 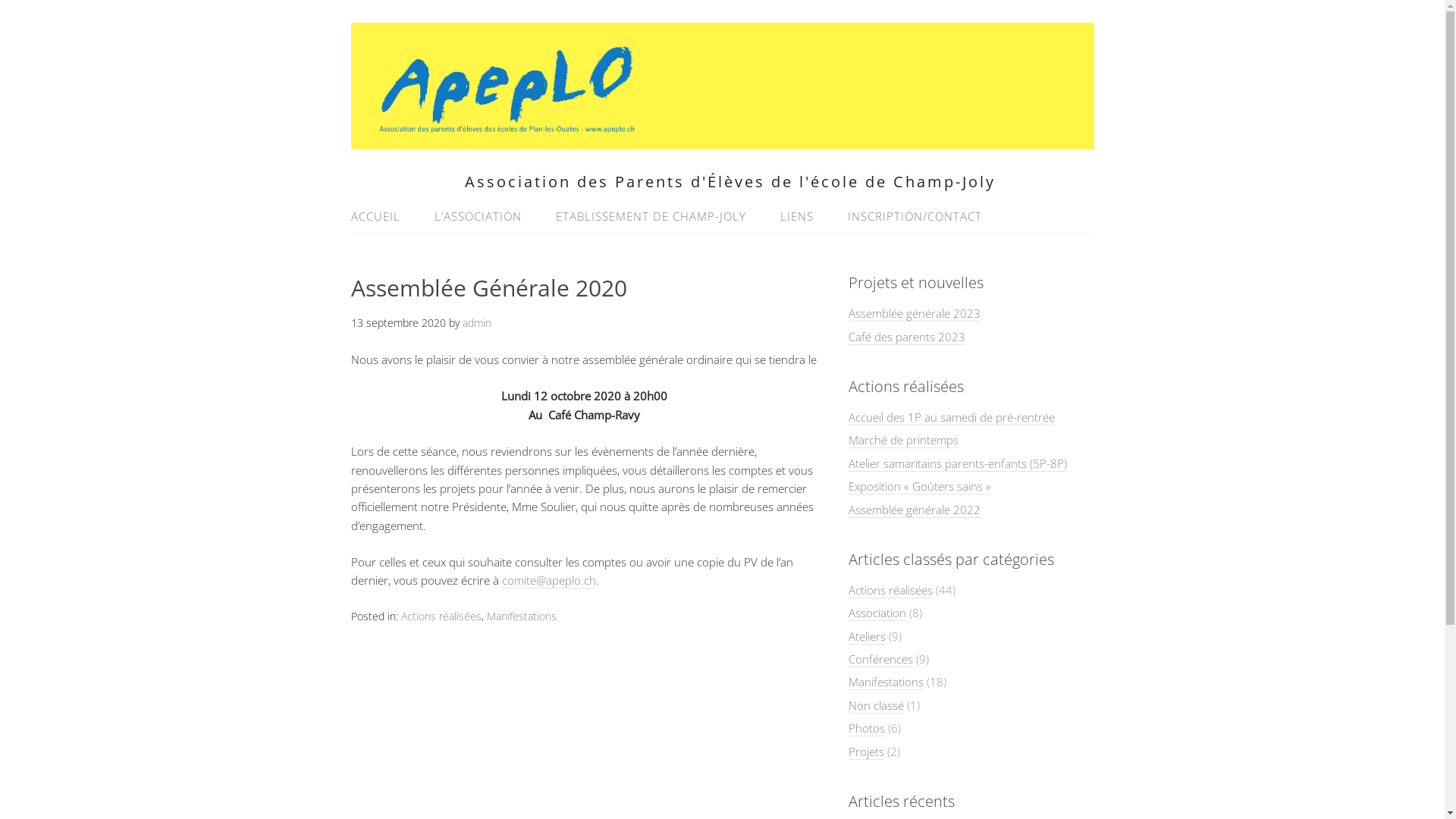 What do you see at coordinates (907, 216) in the screenshot?
I see `'INSCRIPTION/CONTACT'` at bounding box center [907, 216].